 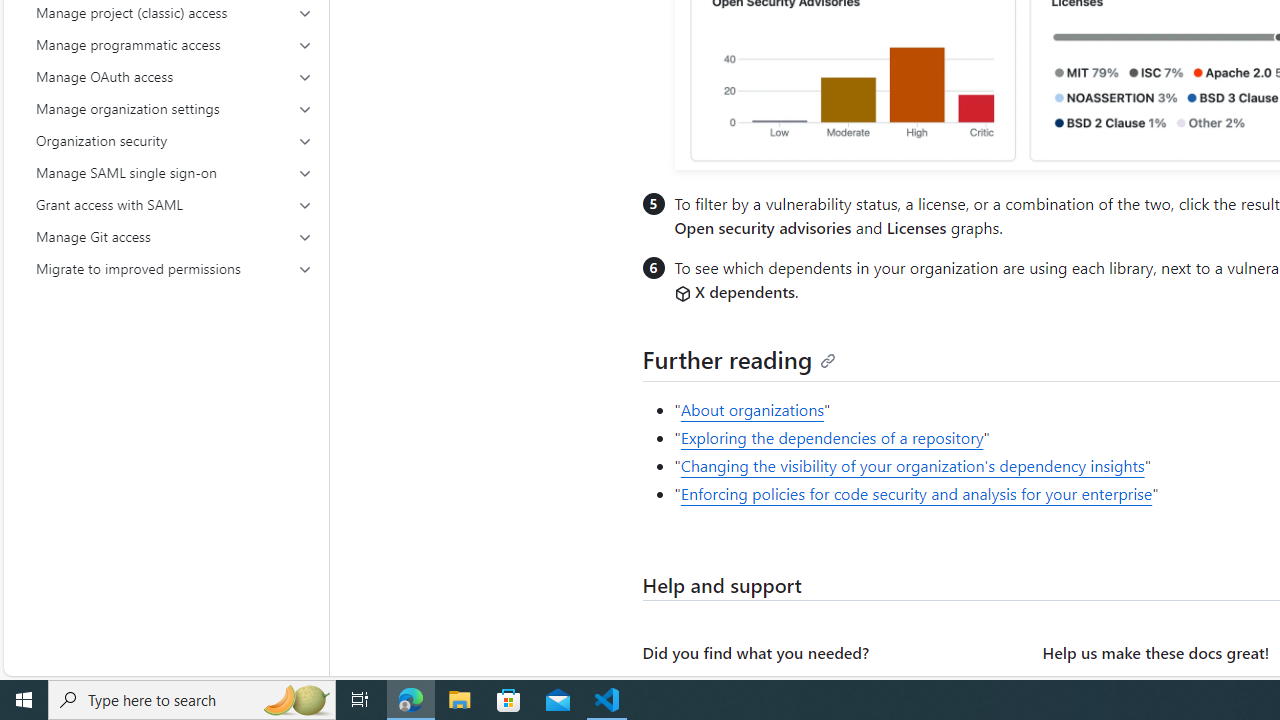 I want to click on 'Manage SAML single sign-on', so click(x=174, y=171).